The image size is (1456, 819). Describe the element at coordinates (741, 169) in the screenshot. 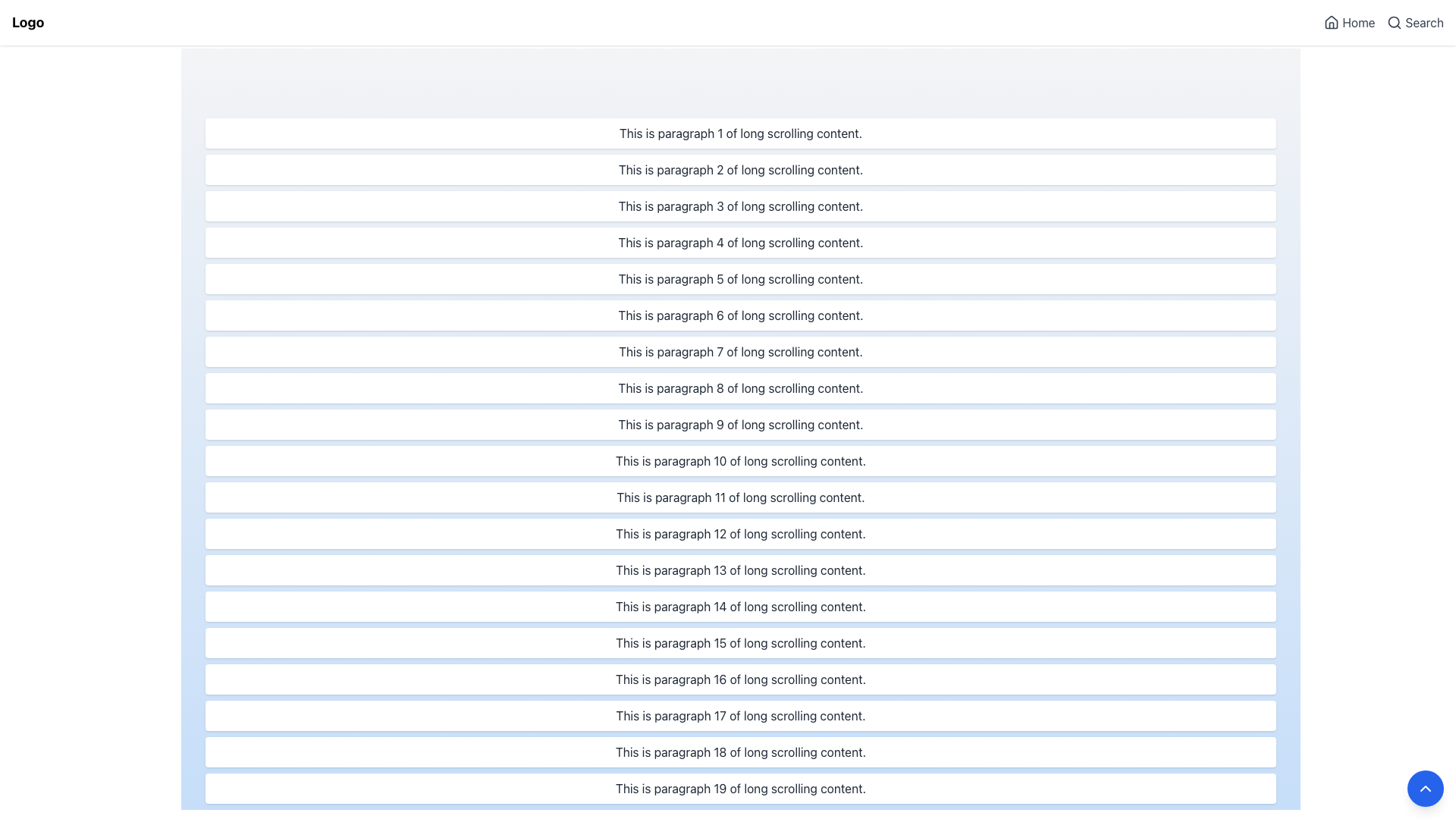

I see `the text in the second paragraph of the scrolling content layout, which is located directly below the first paragraph and above the third paragraph` at that location.